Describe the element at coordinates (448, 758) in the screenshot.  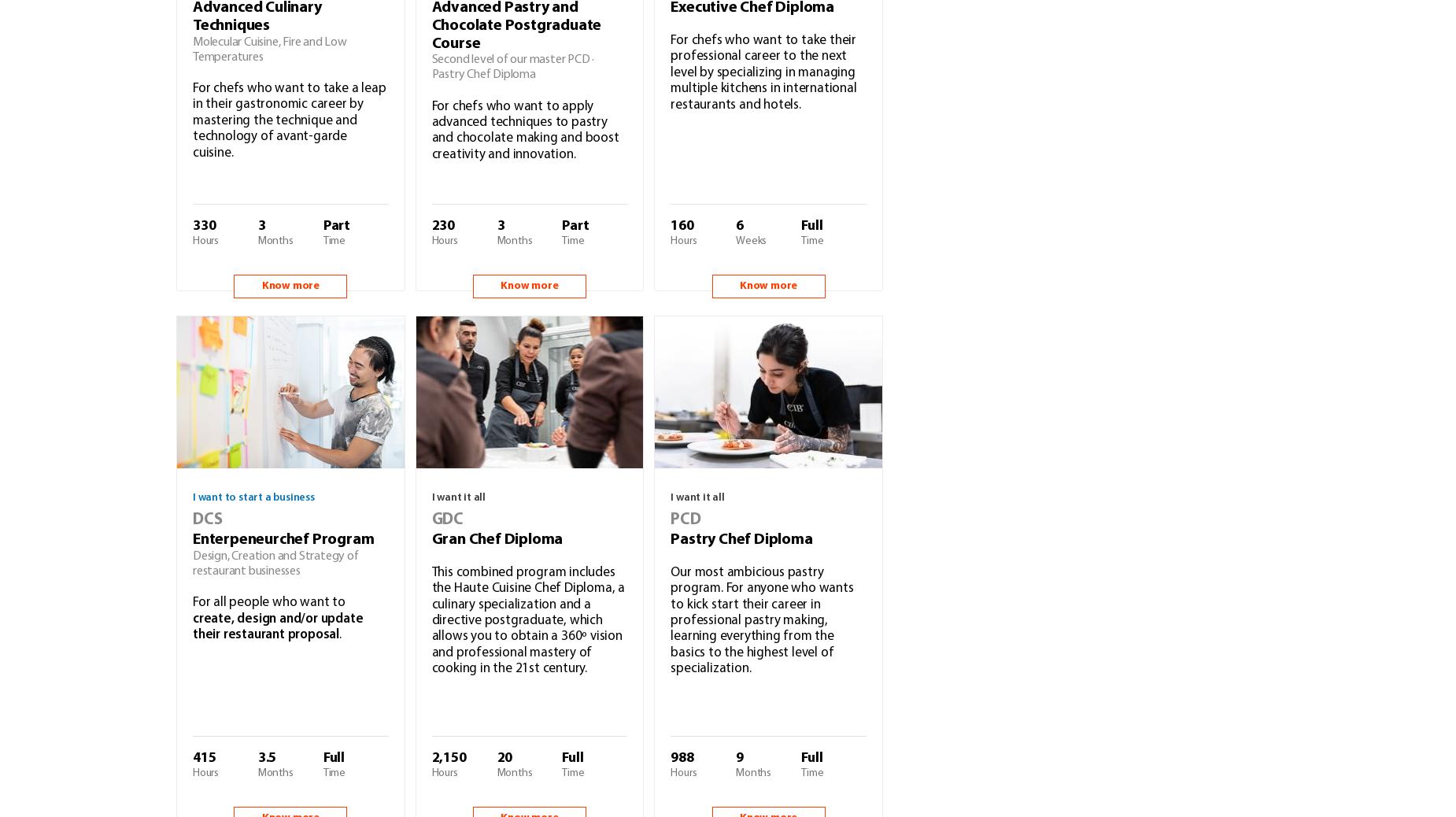
I see `'2,150'` at that location.